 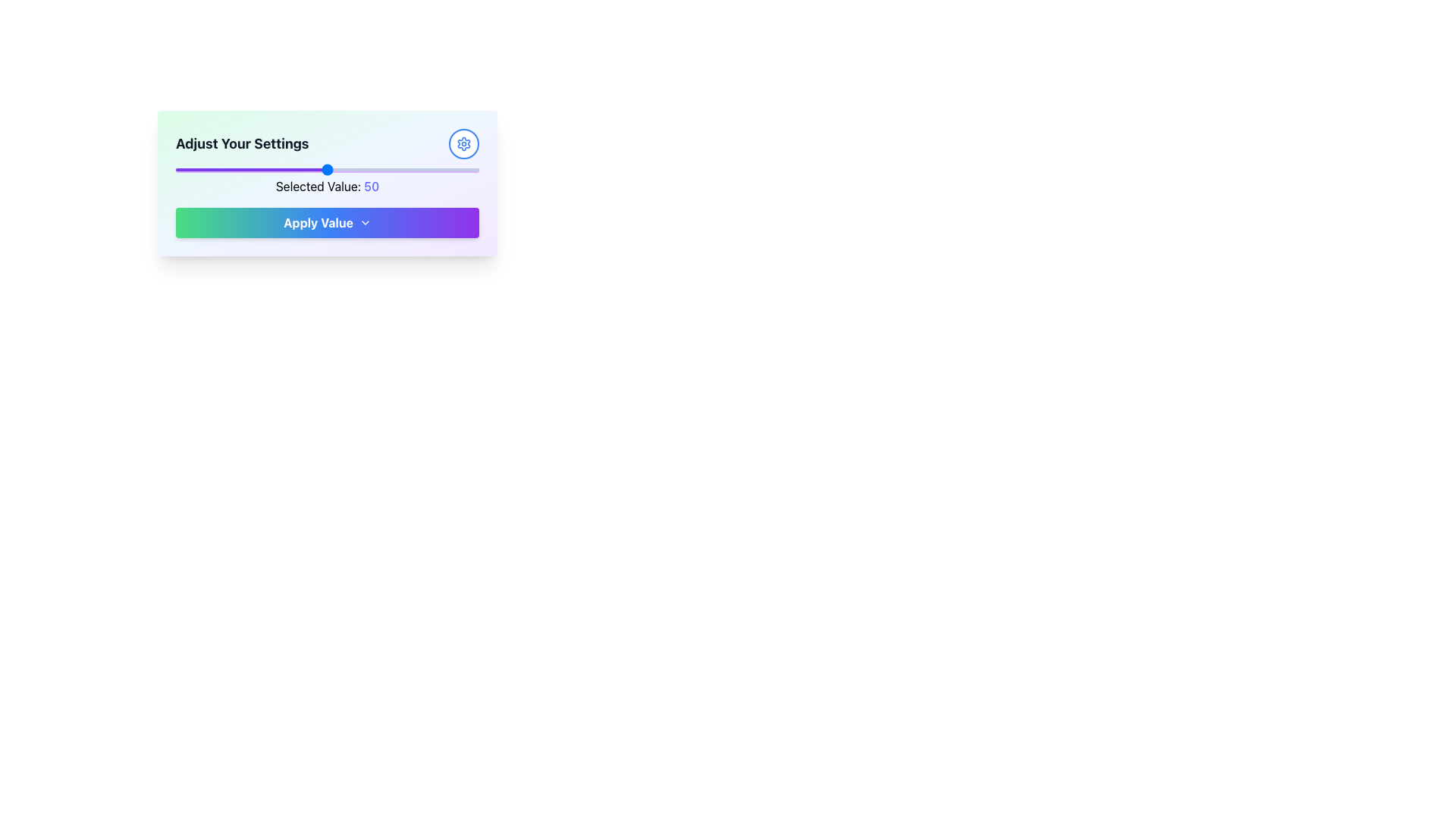 What do you see at coordinates (412, 169) in the screenshot?
I see `the slider` at bounding box center [412, 169].